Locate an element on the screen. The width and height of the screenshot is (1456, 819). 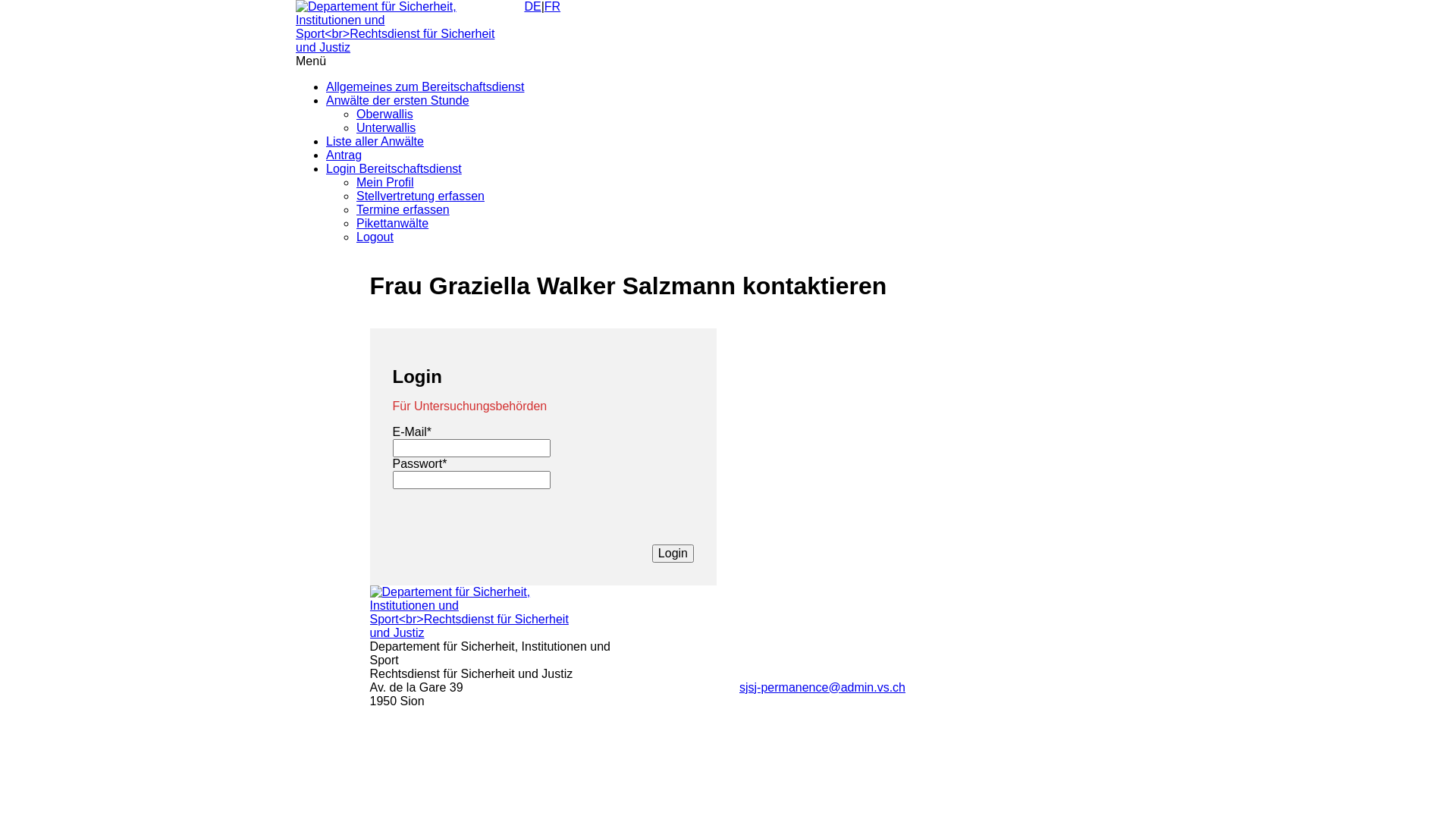
'Oberwallis' is located at coordinates (356, 113).